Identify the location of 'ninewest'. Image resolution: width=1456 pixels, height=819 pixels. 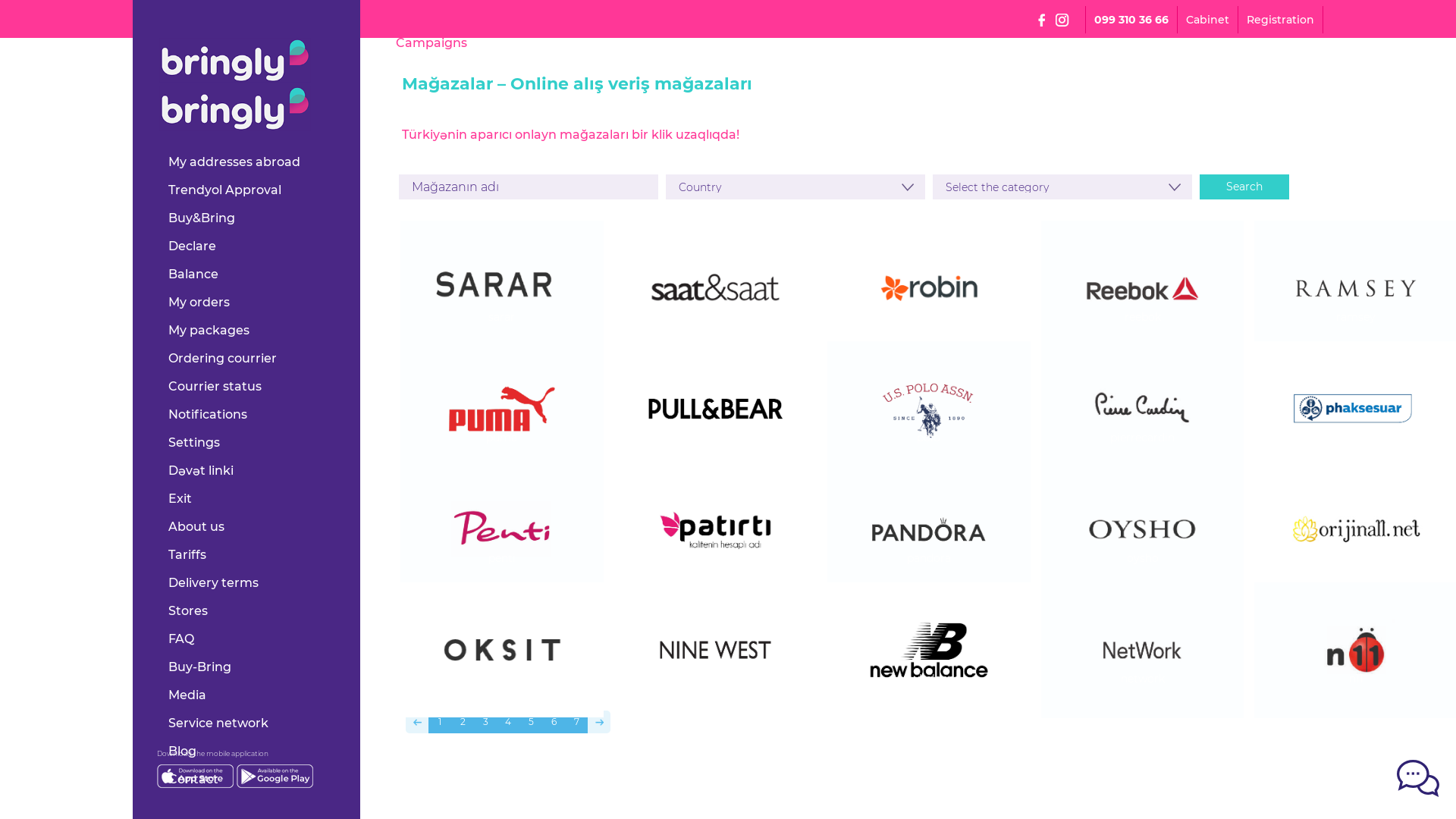
(715, 677).